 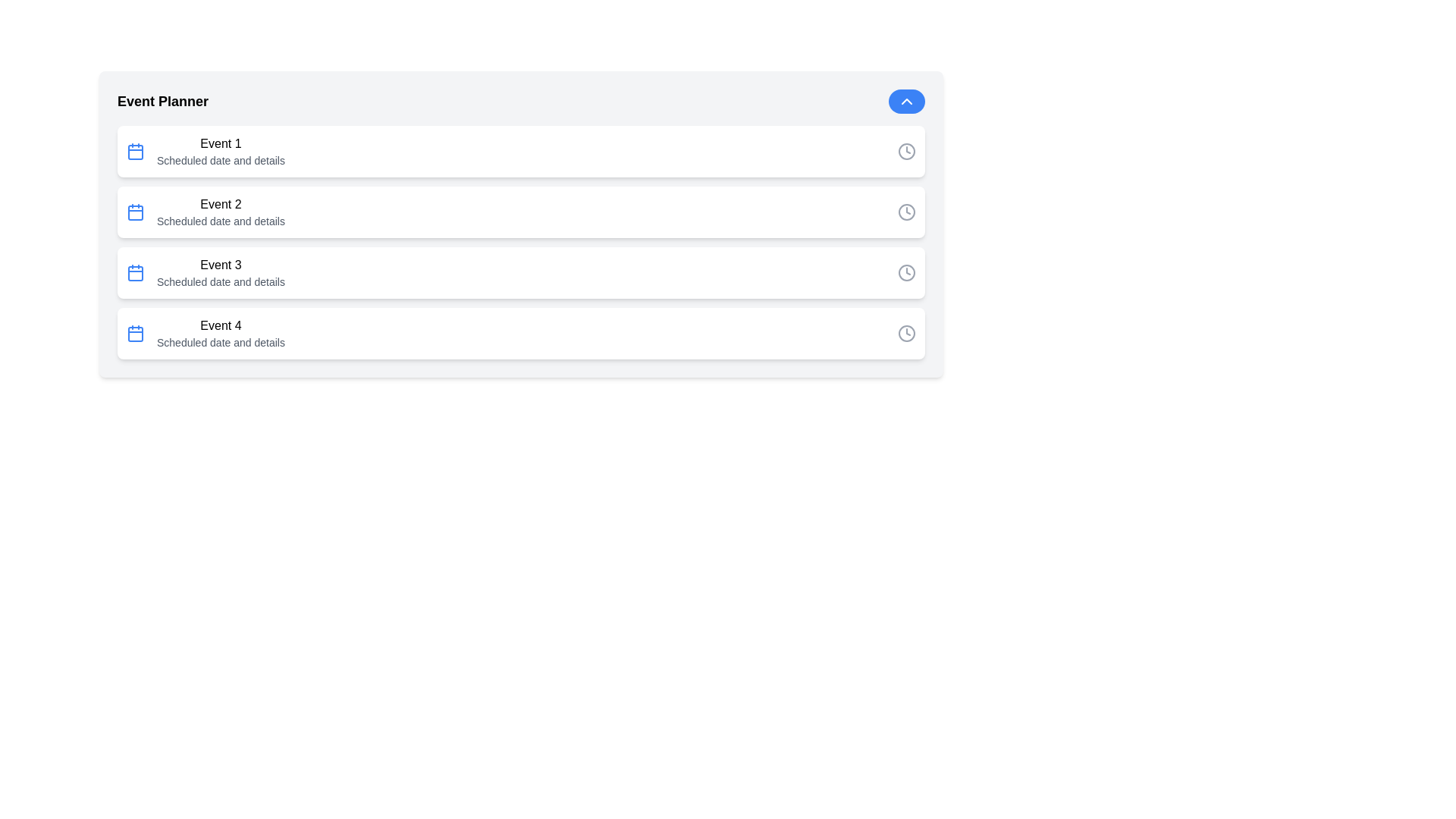 What do you see at coordinates (220, 152) in the screenshot?
I see `the text display element representing 'Event 1' with a description stating 'Scheduled date and details', which is the first entry in the vertical list of event items` at bounding box center [220, 152].